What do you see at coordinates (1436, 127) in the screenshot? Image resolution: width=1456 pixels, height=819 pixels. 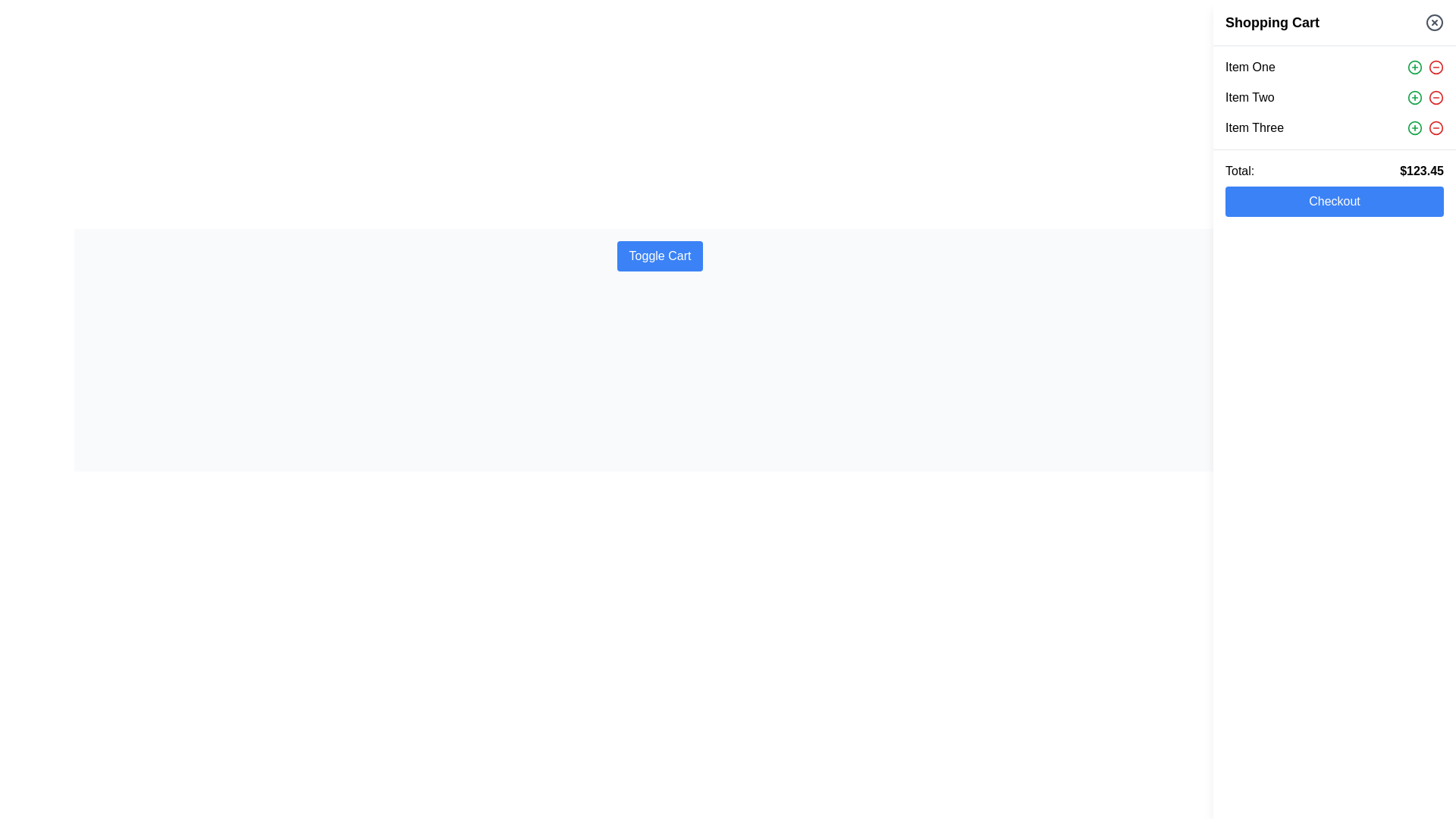 I see `the circular button adjacent to 'Item Three' in the shopping cart` at bounding box center [1436, 127].